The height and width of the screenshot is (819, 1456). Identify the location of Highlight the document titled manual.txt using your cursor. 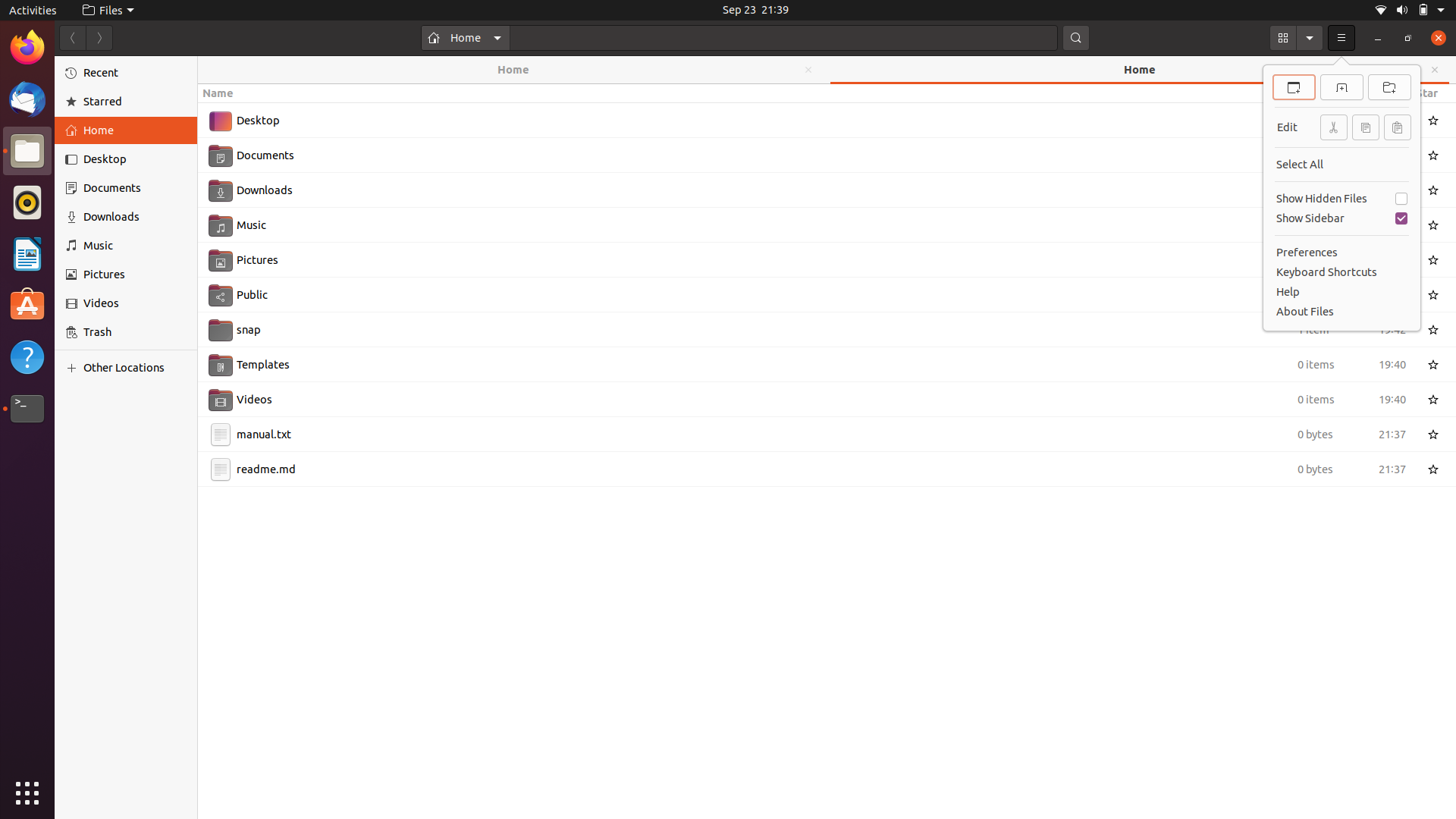
(1434, 432).